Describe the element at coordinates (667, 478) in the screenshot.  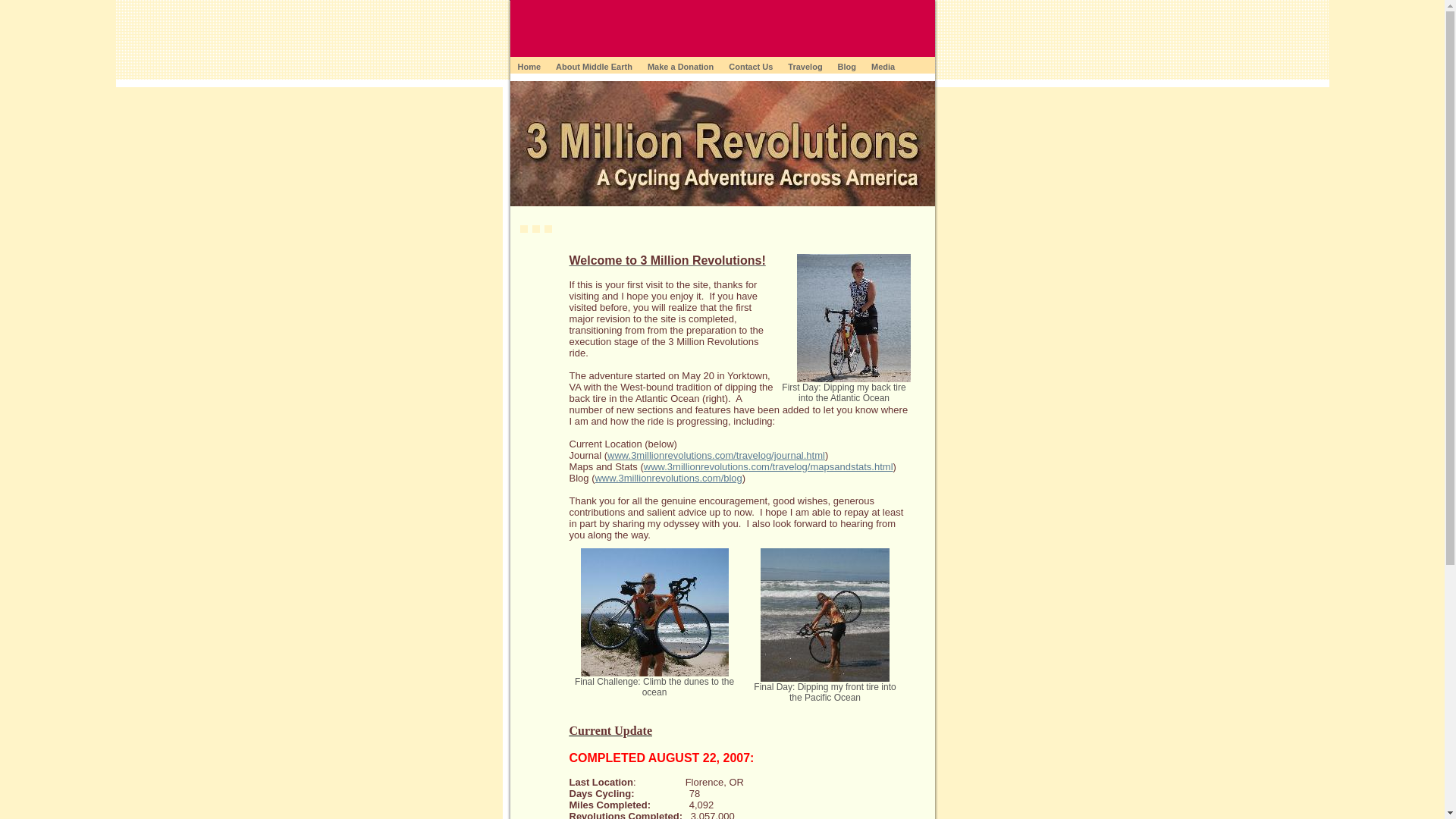
I see `'www.3millionrevolutions.com/blog'` at that location.